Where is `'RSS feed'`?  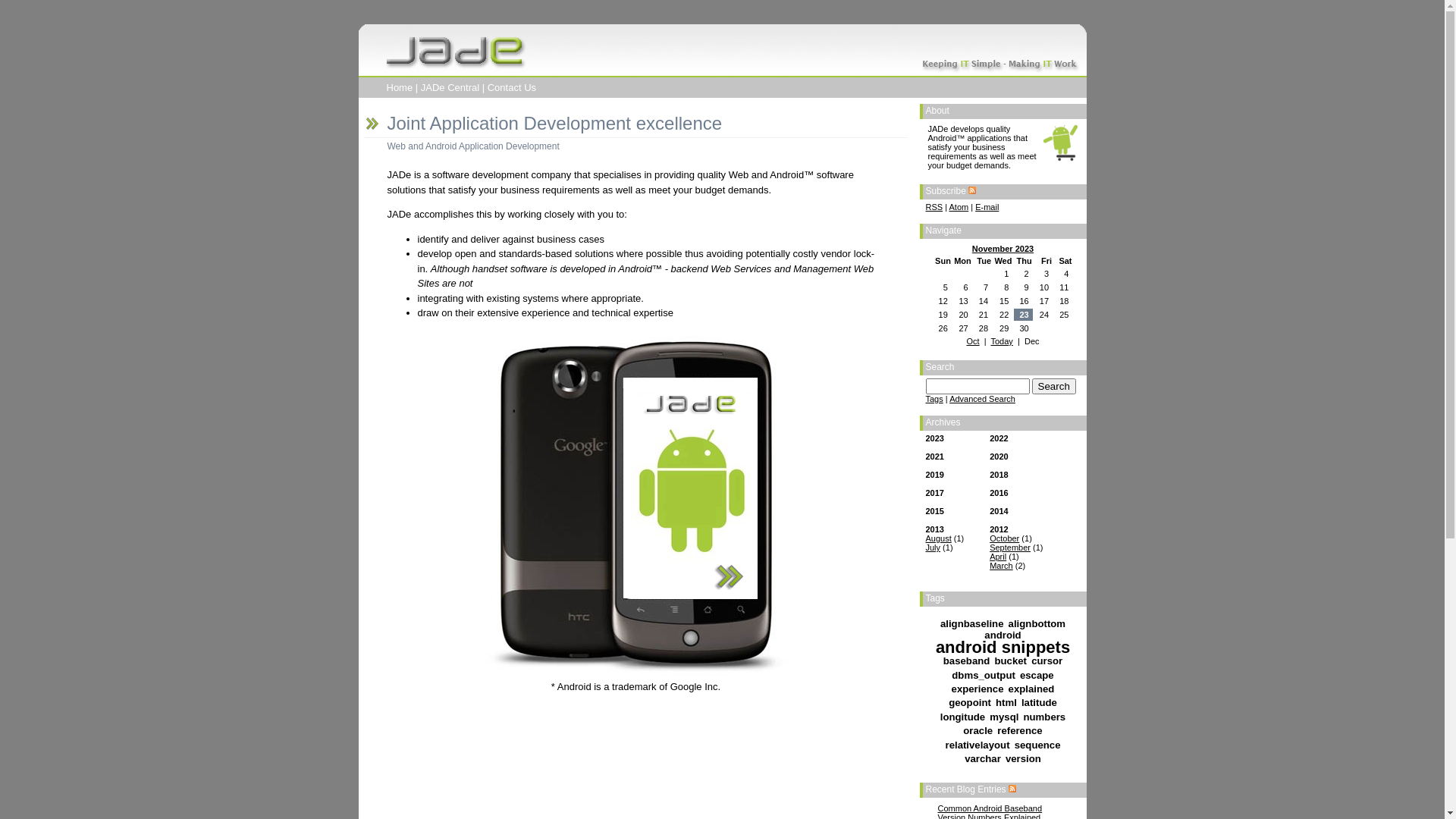
'RSS feed' is located at coordinates (971, 190).